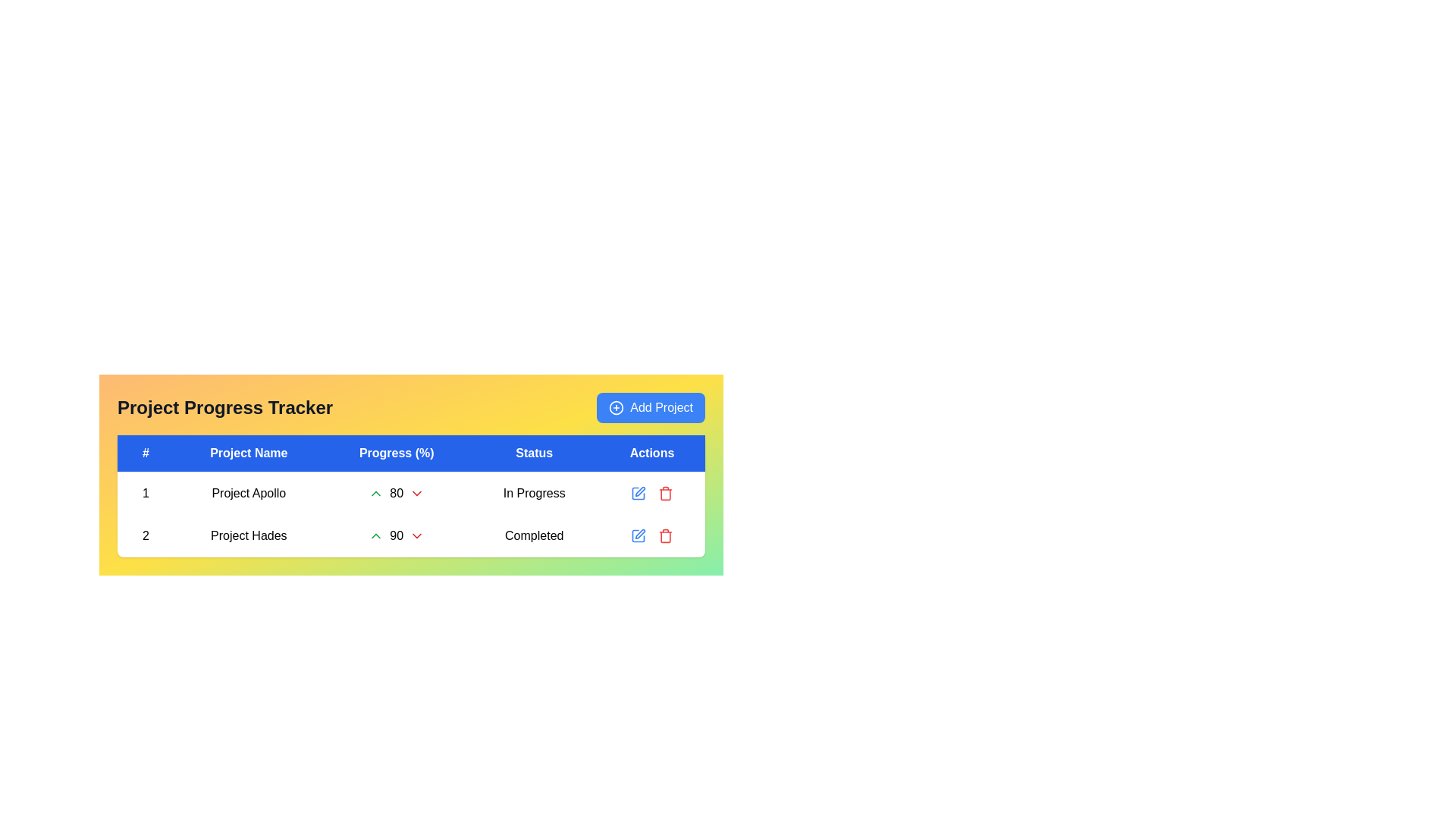 This screenshot has height=819, width=1456. What do you see at coordinates (417, 535) in the screenshot?
I see `the downward-pointing red chevron button located in the second row under the 'Progress (%)' column, directly to the right of the text '90'` at bounding box center [417, 535].